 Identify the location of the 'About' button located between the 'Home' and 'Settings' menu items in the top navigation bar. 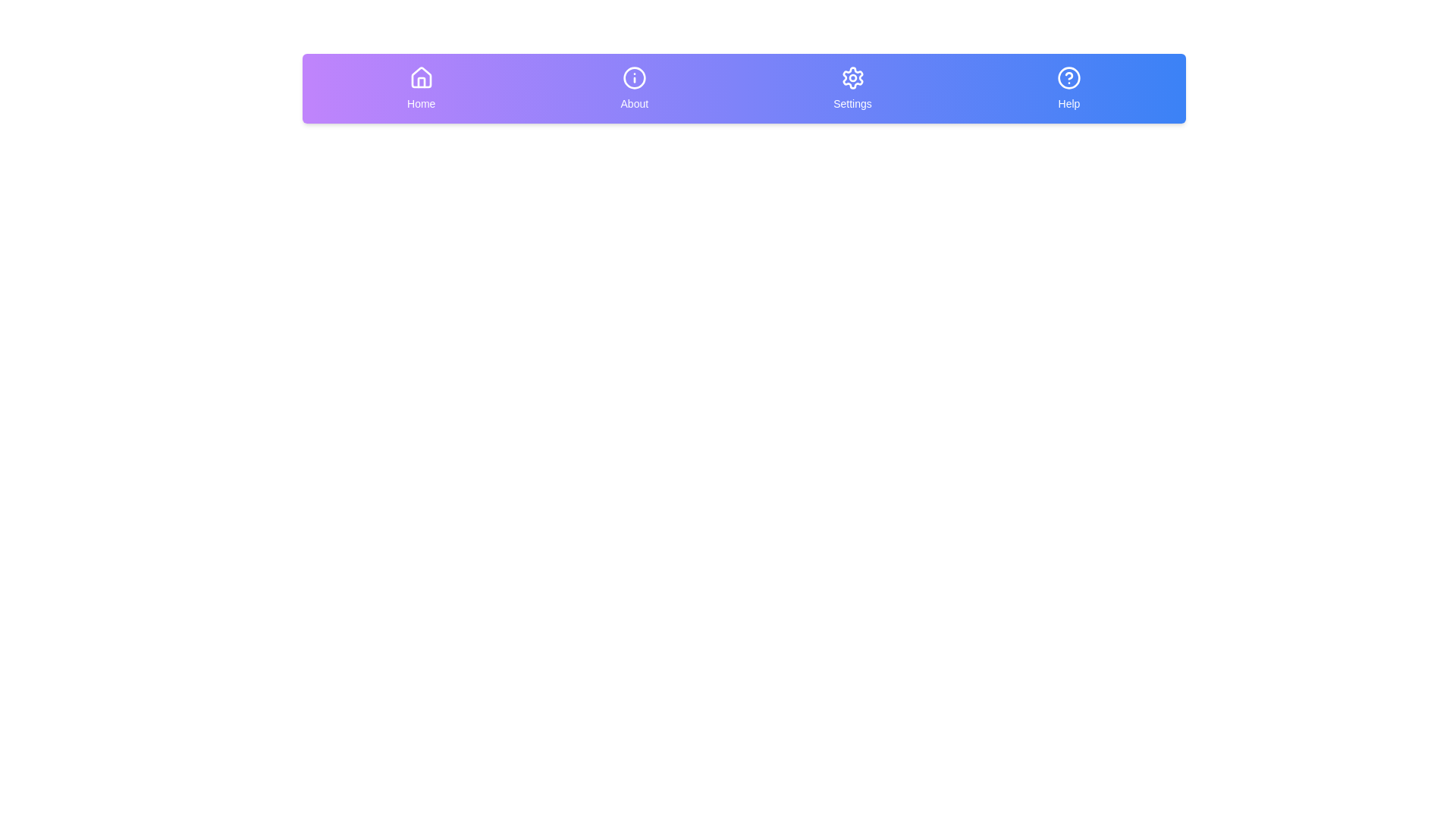
(634, 88).